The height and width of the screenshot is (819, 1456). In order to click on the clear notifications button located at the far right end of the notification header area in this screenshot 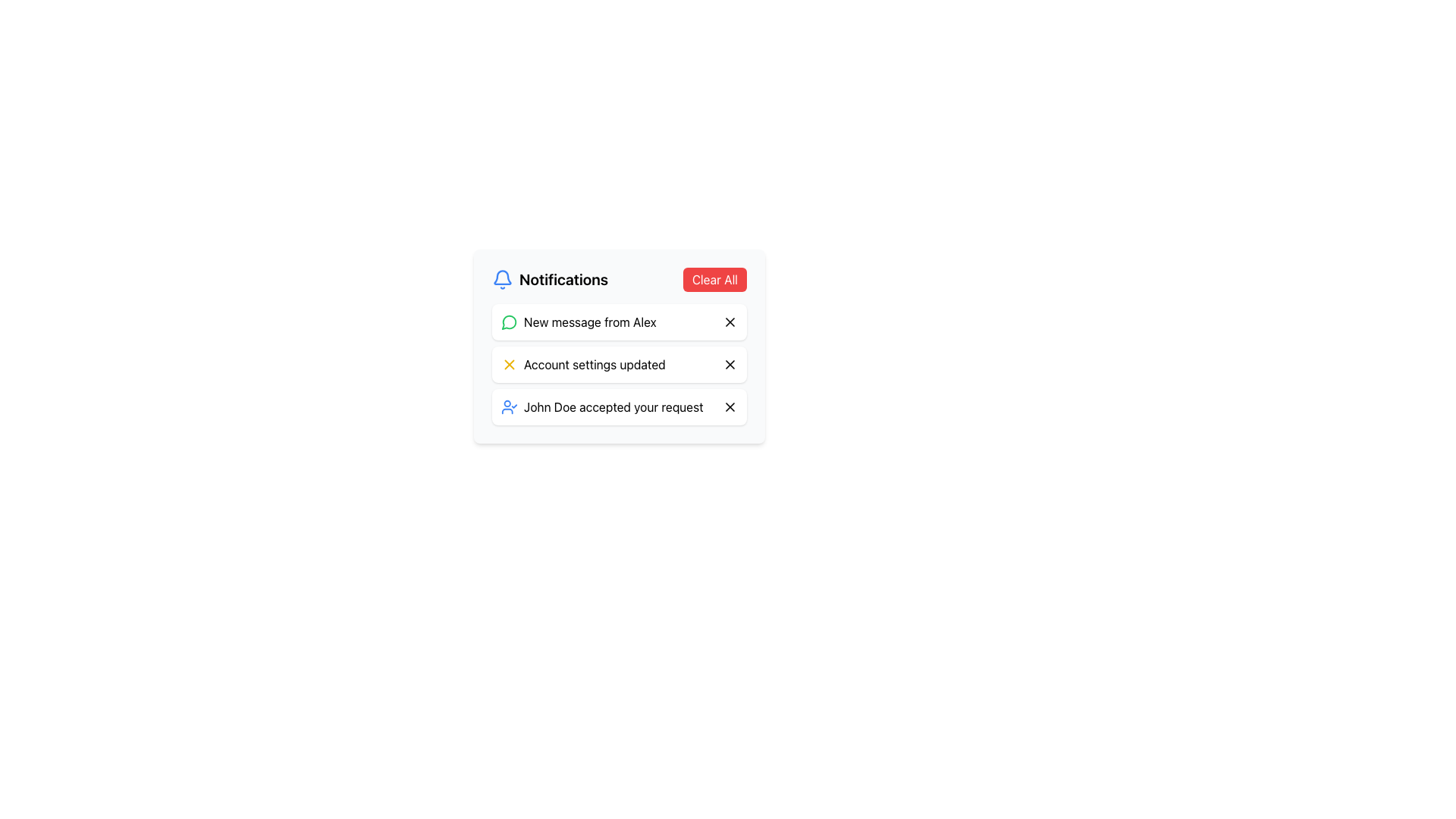, I will do `click(714, 280)`.